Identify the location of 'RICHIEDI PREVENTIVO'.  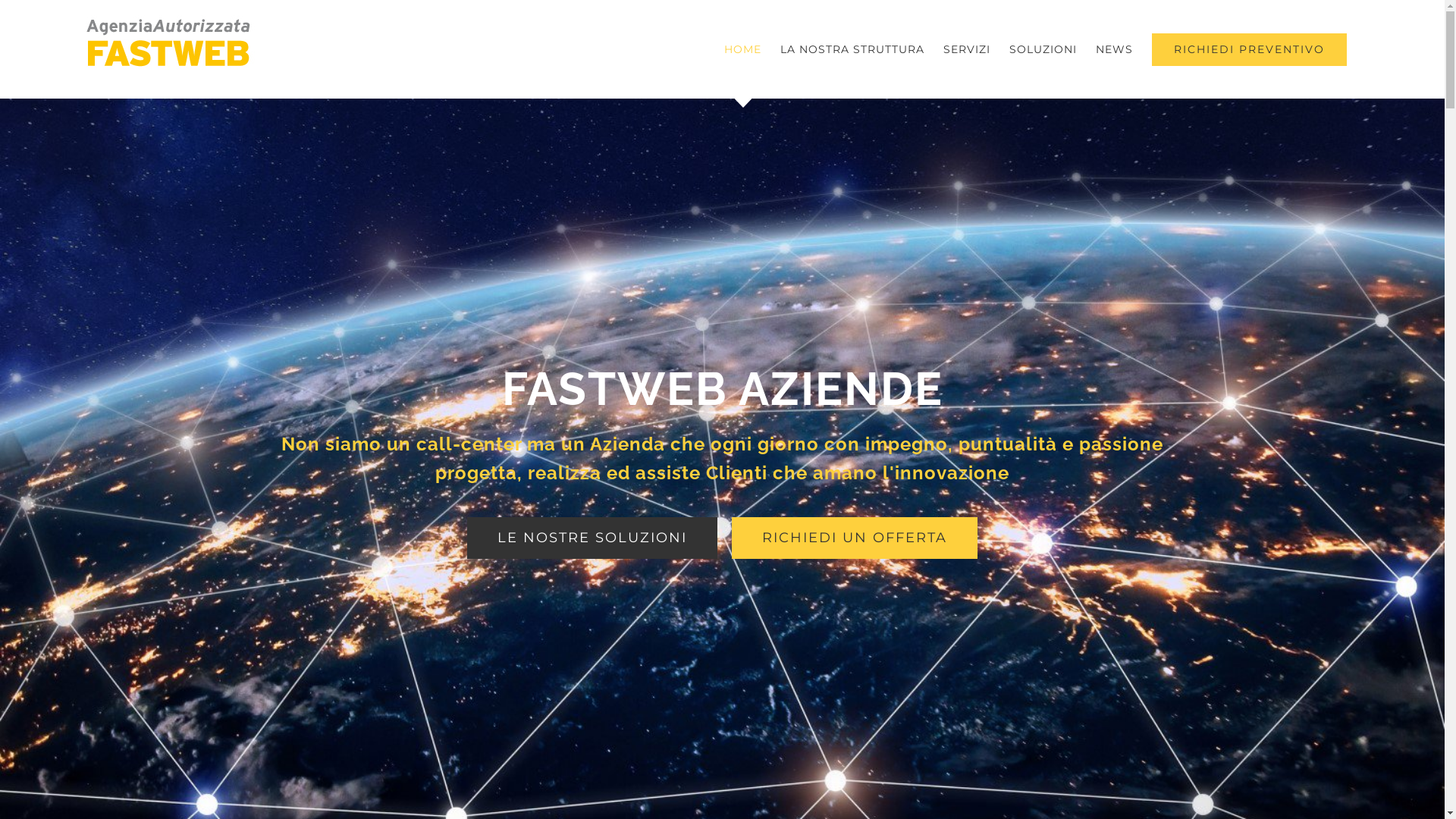
(1249, 49).